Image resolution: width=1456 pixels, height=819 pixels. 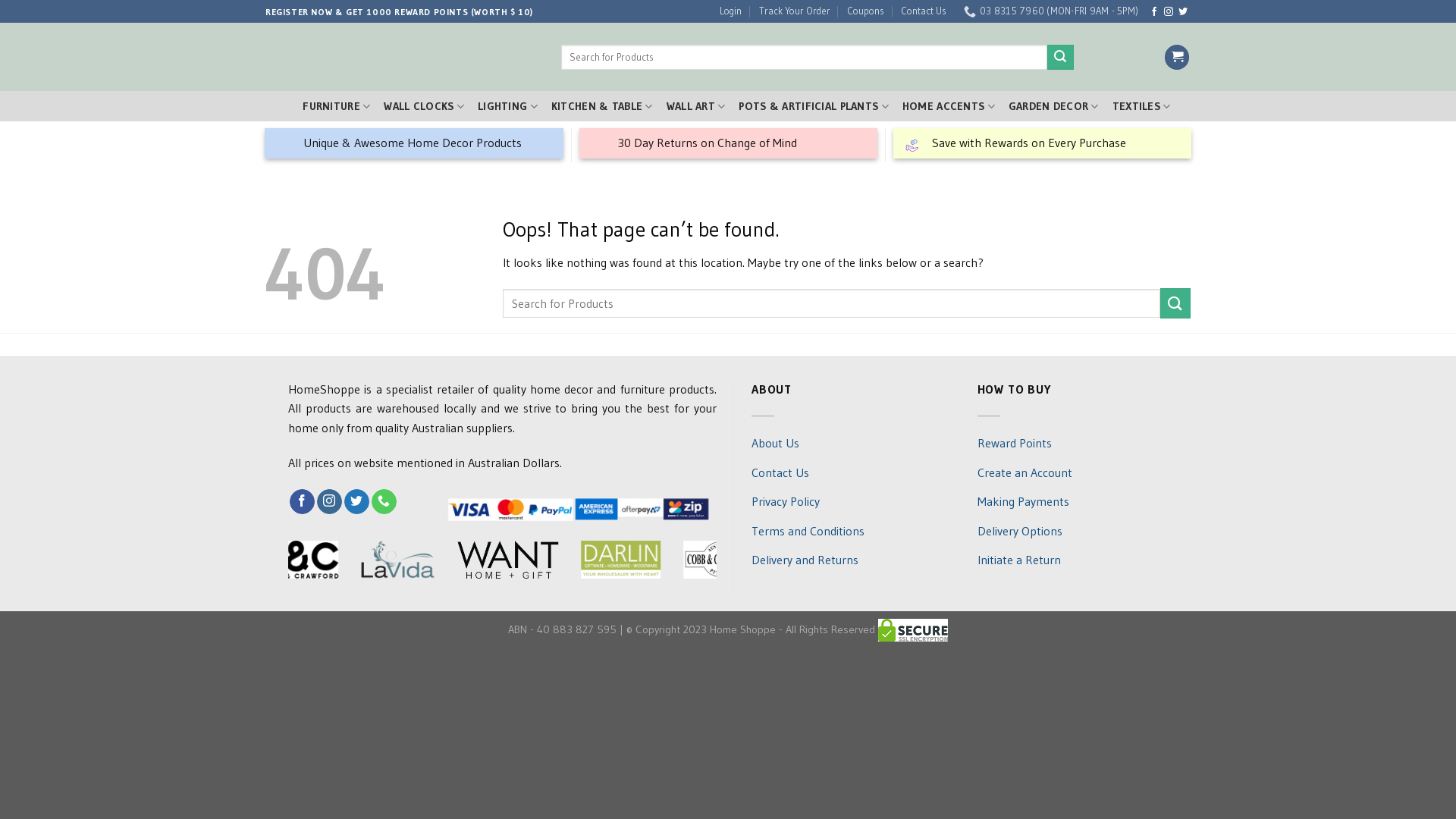 What do you see at coordinates (384, 502) in the screenshot?
I see `'Call us'` at bounding box center [384, 502].